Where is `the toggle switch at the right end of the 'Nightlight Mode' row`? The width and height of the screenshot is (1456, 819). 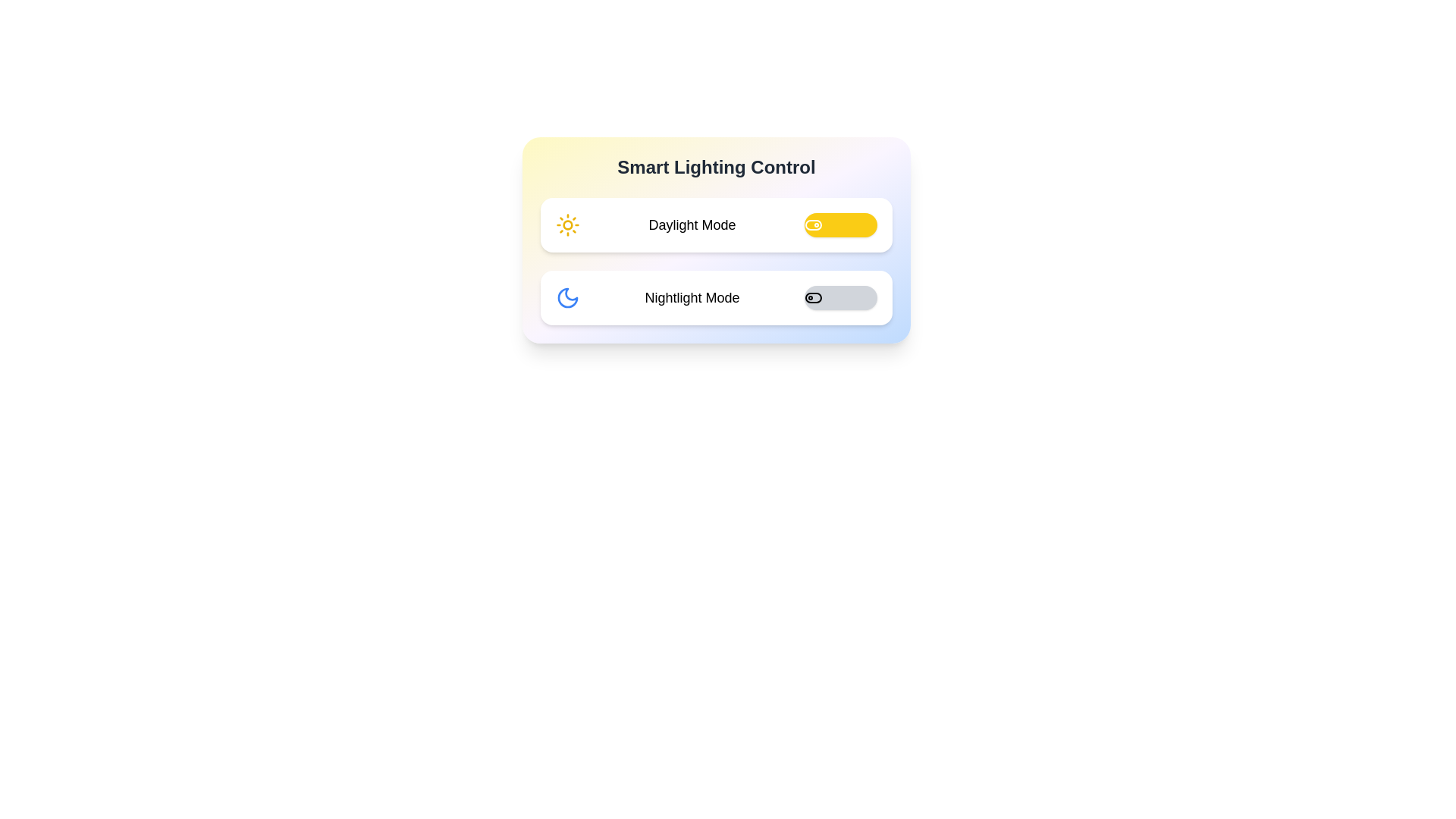
the toggle switch at the right end of the 'Nightlight Mode' row is located at coordinates (839, 298).